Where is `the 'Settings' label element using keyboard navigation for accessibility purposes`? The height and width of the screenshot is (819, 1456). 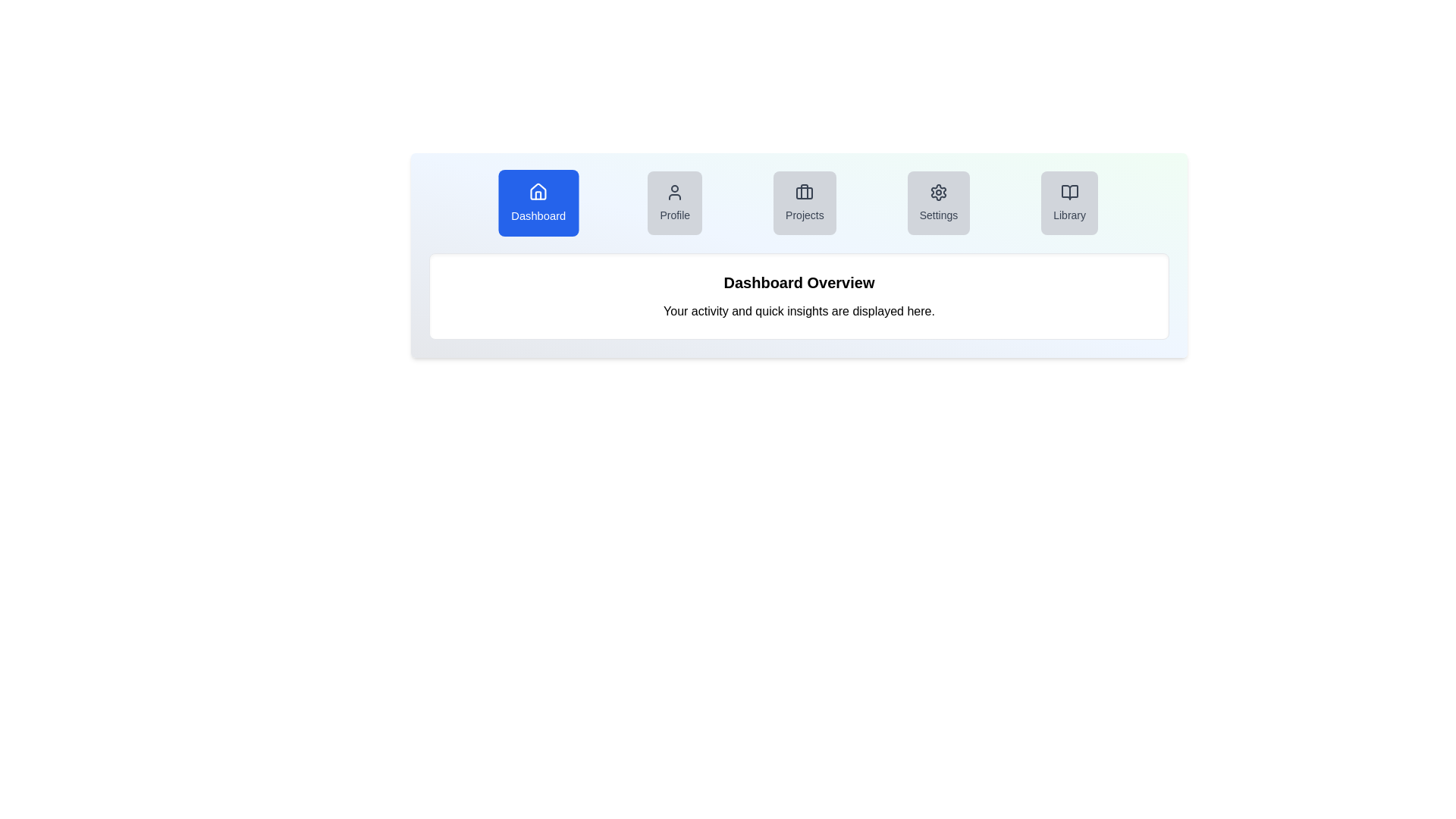
the 'Settings' label element using keyboard navigation for accessibility purposes is located at coordinates (938, 215).